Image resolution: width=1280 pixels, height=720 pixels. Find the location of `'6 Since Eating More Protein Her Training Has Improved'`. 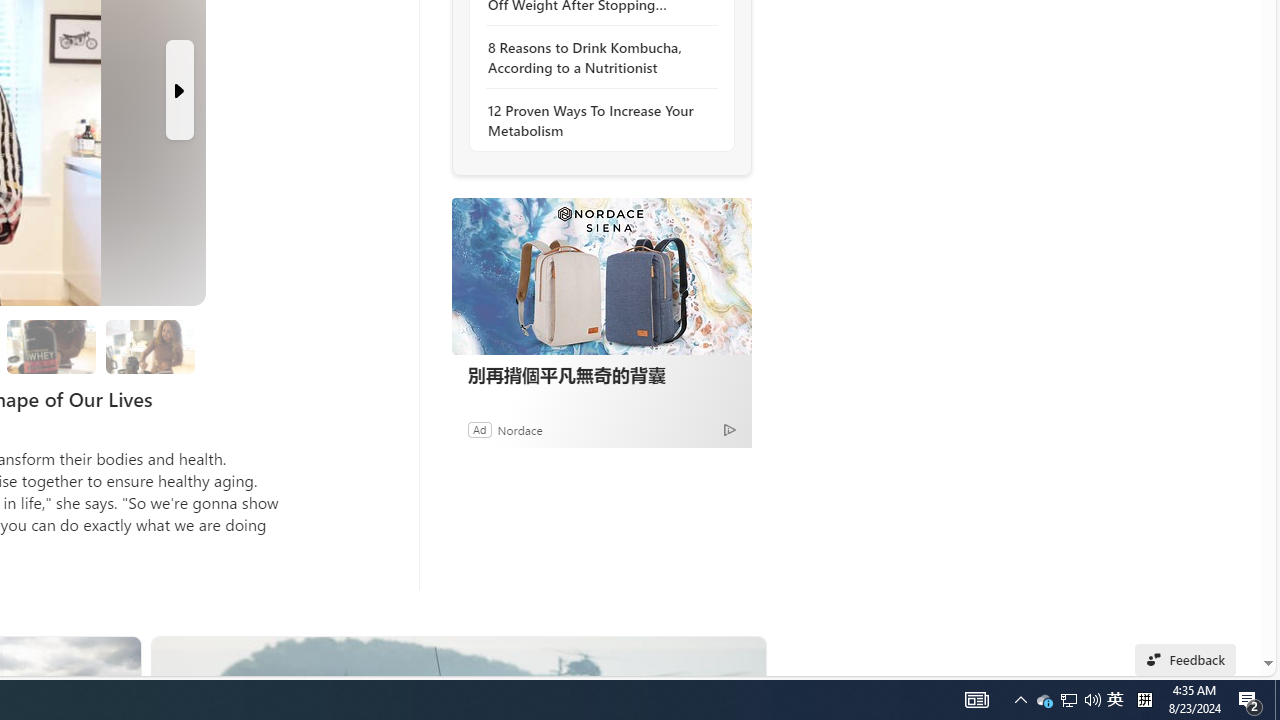

'6 Since Eating More Protein Her Training Has Improved' is located at coordinates (51, 345).